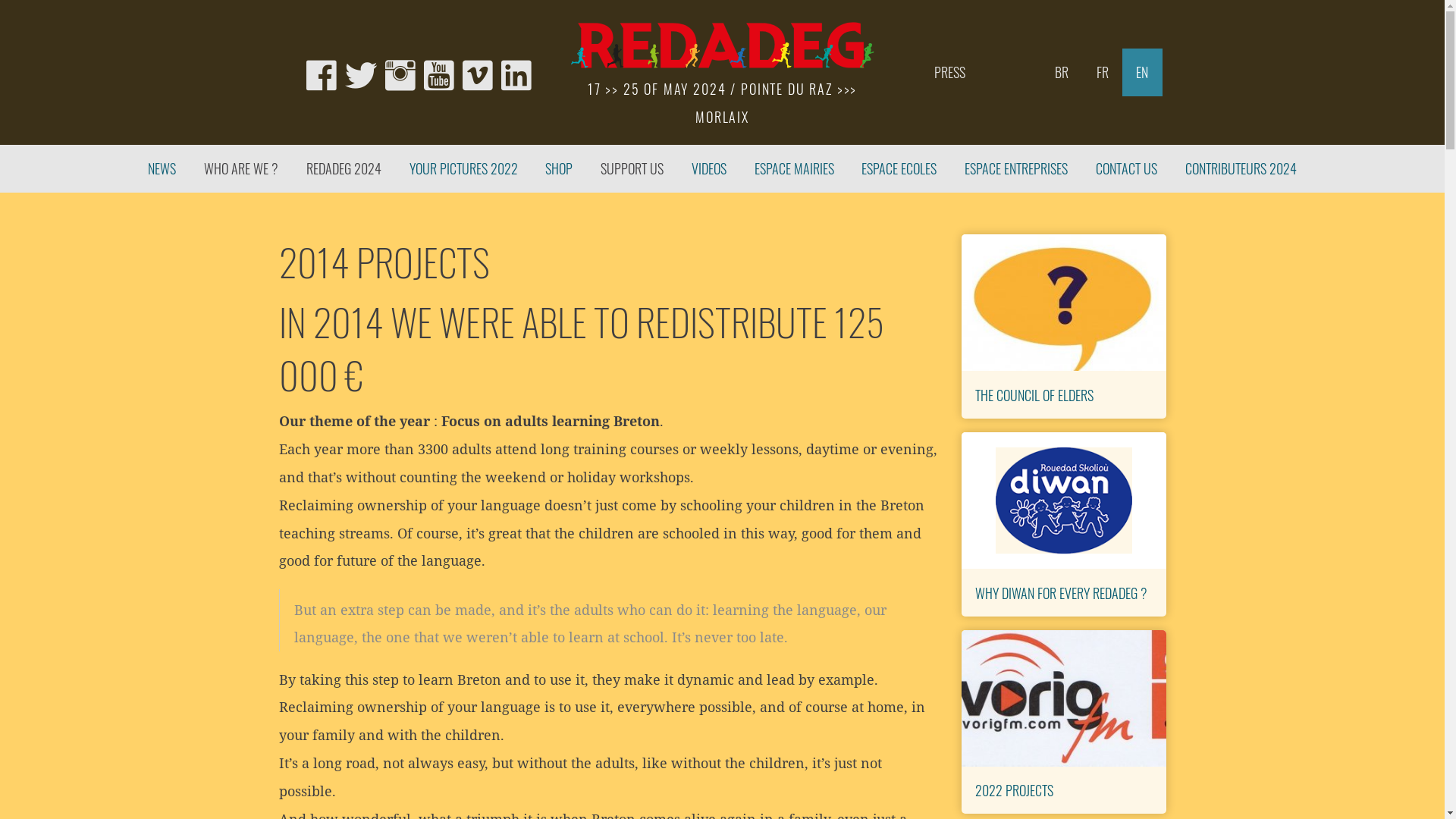  Describe the element at coordinates (899, 168) in the screenshot. I see `'ESPACE ECOLES'` at that location.